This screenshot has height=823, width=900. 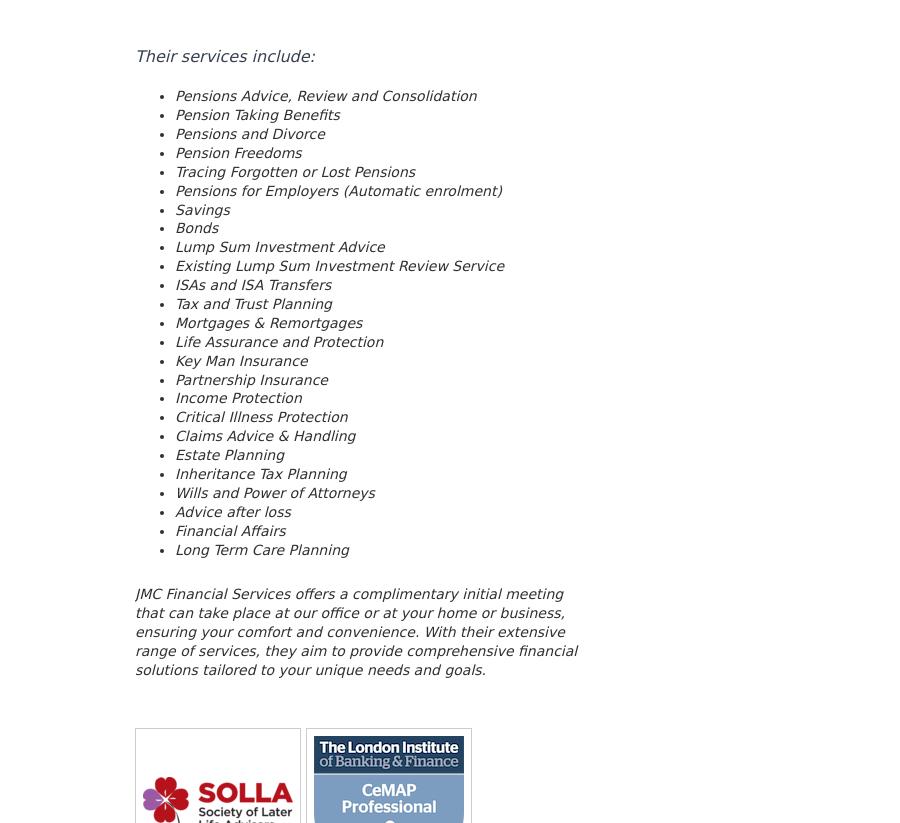 I want to click on 'Their services include:', so click(x=224, y=55).